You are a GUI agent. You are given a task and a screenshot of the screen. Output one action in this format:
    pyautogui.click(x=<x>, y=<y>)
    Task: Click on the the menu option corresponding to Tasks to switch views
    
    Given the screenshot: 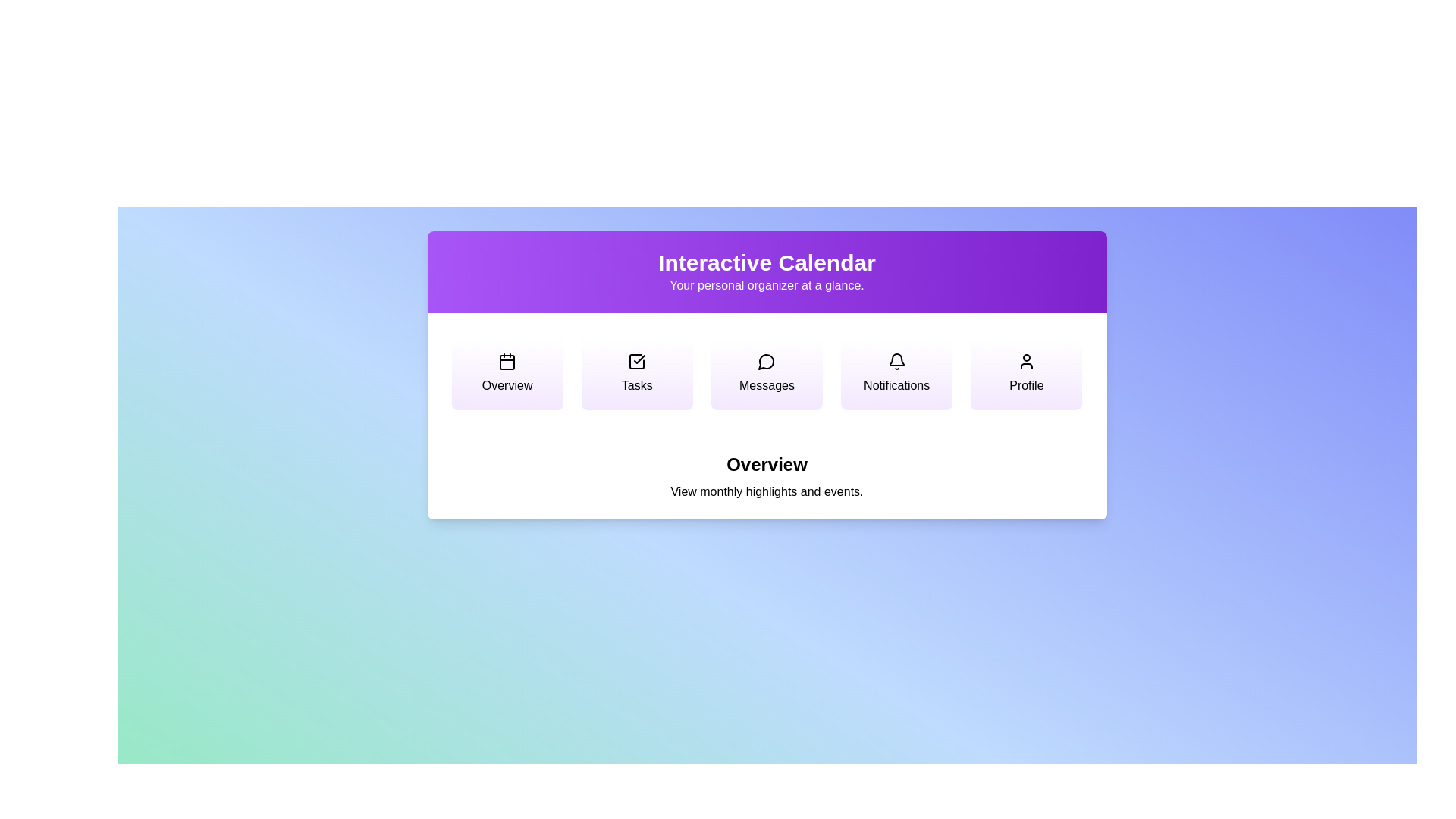 What is the action you would take?
    pyautogui.click(x=637, y=374)
    